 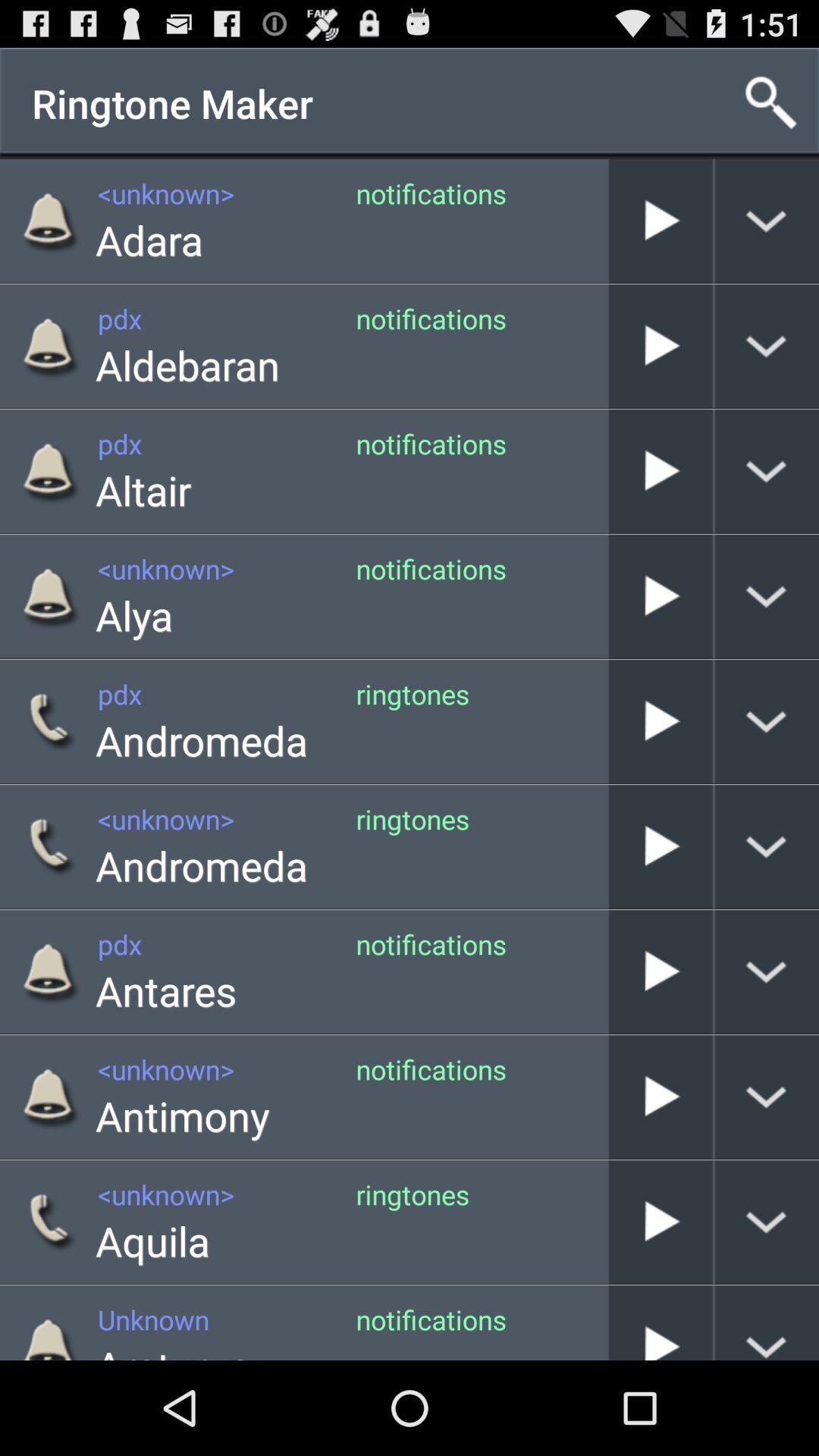 What do you see at coordinates (172, 1349) in the screenshot?
I see `the item to the left of the notifications` at bounding box center [172, 1349].